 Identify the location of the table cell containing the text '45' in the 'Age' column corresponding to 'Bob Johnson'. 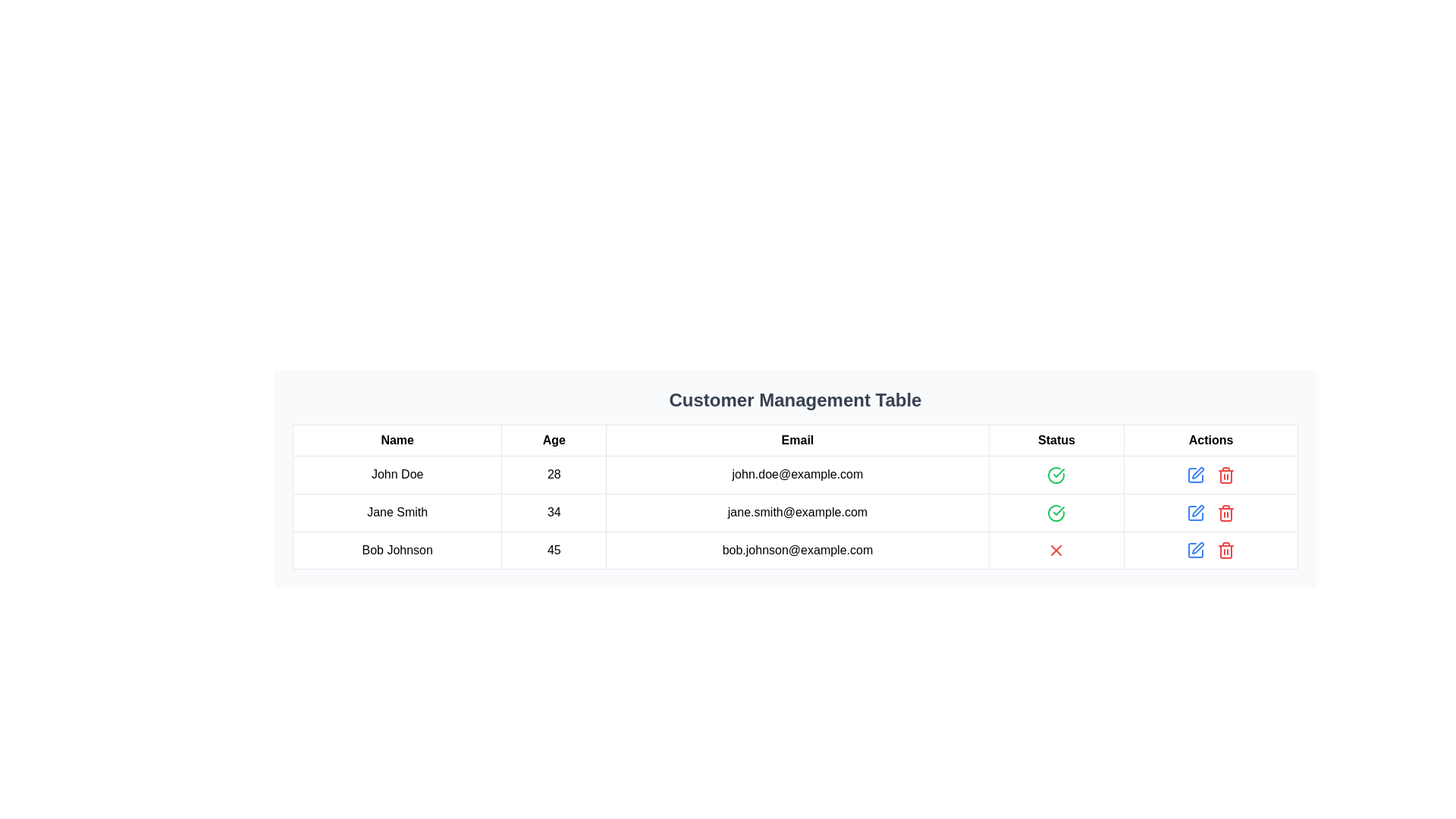
(553, 550).